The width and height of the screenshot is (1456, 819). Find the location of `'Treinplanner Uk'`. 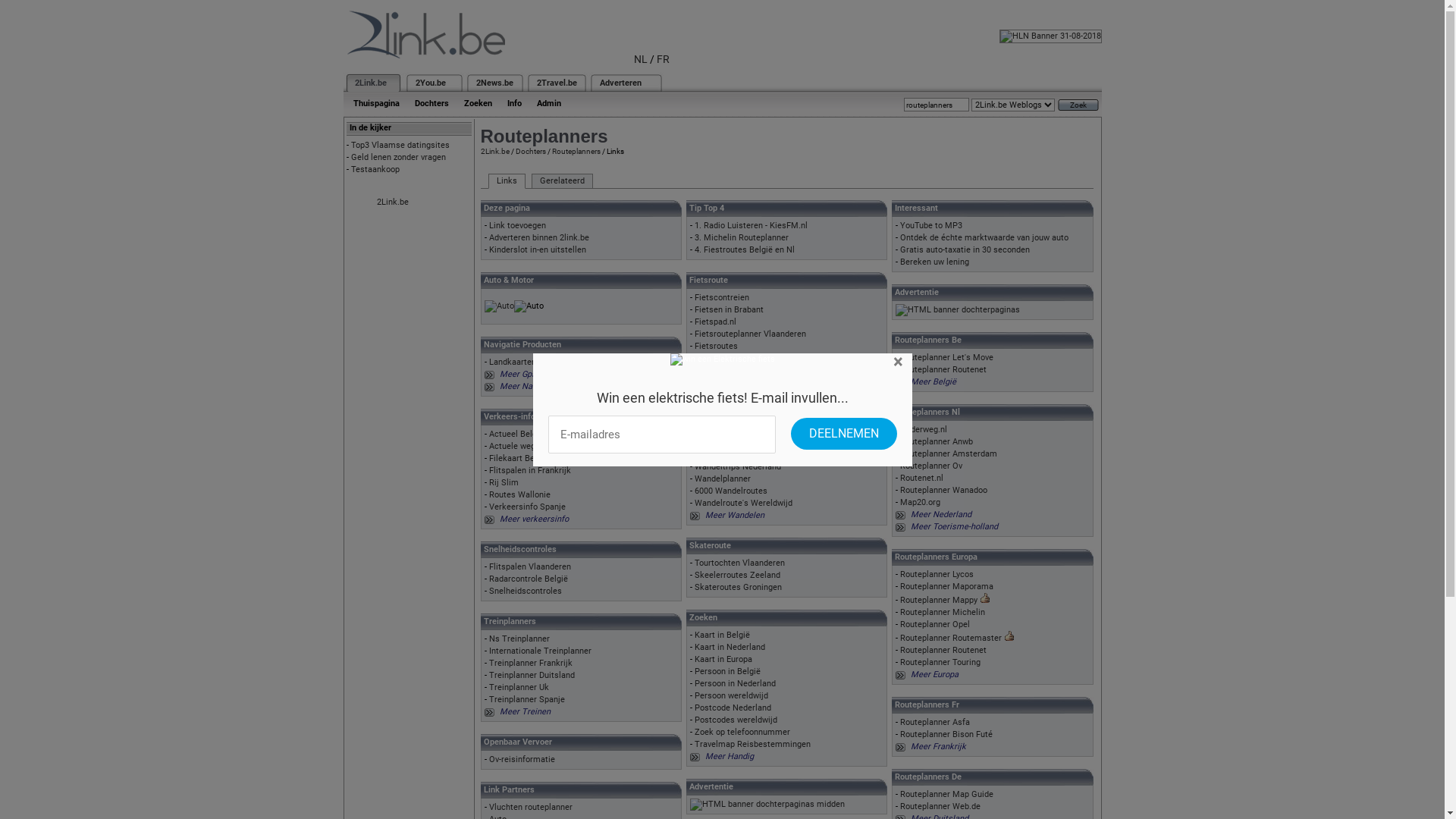

'Treinplanner Uk' is located at coordinates (518, 687).